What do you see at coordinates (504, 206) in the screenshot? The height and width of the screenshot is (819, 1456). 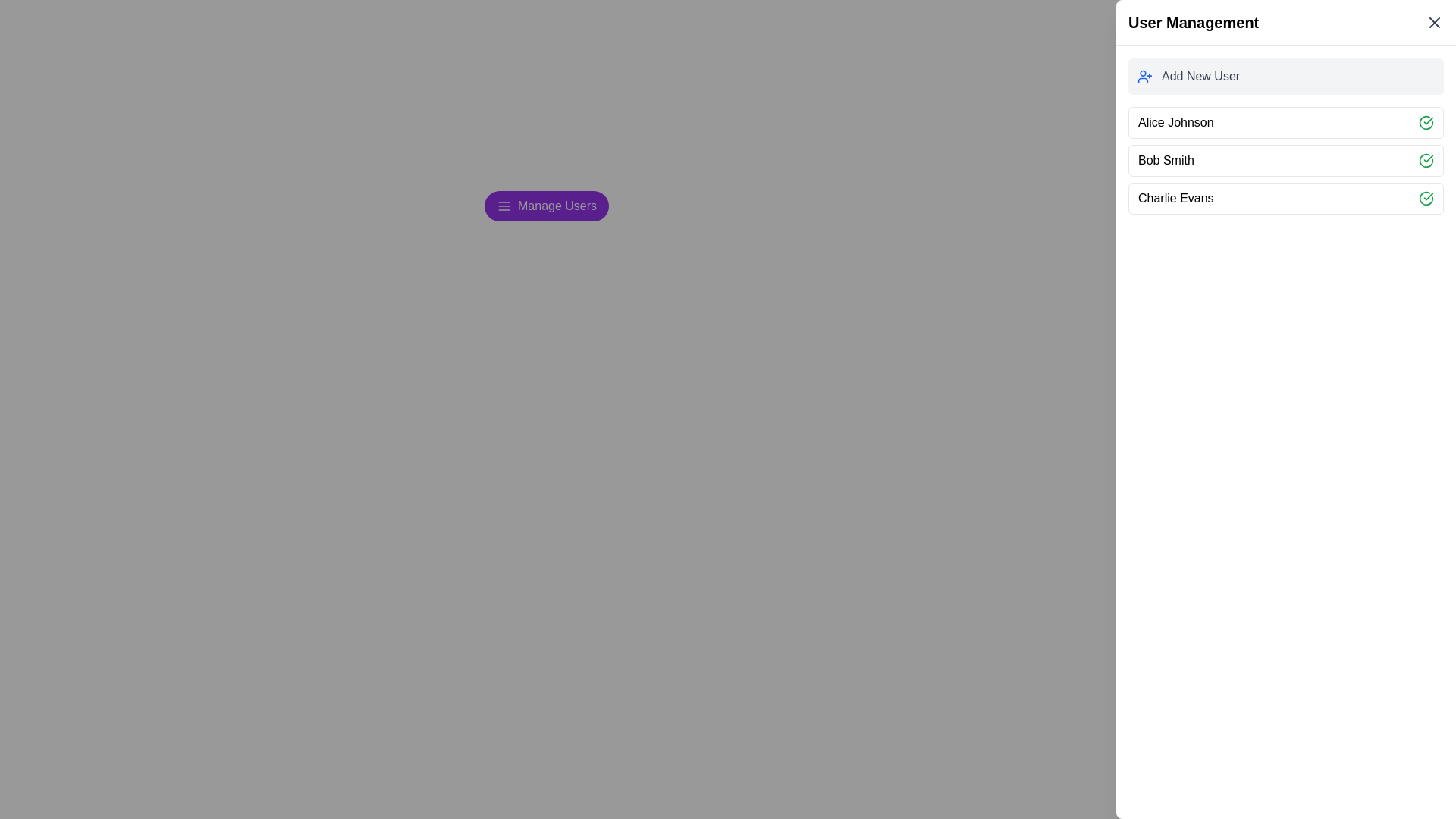 I see `the graphical icon located on the left side of the 'Manage Users' button` at bounding box center [504, 206].